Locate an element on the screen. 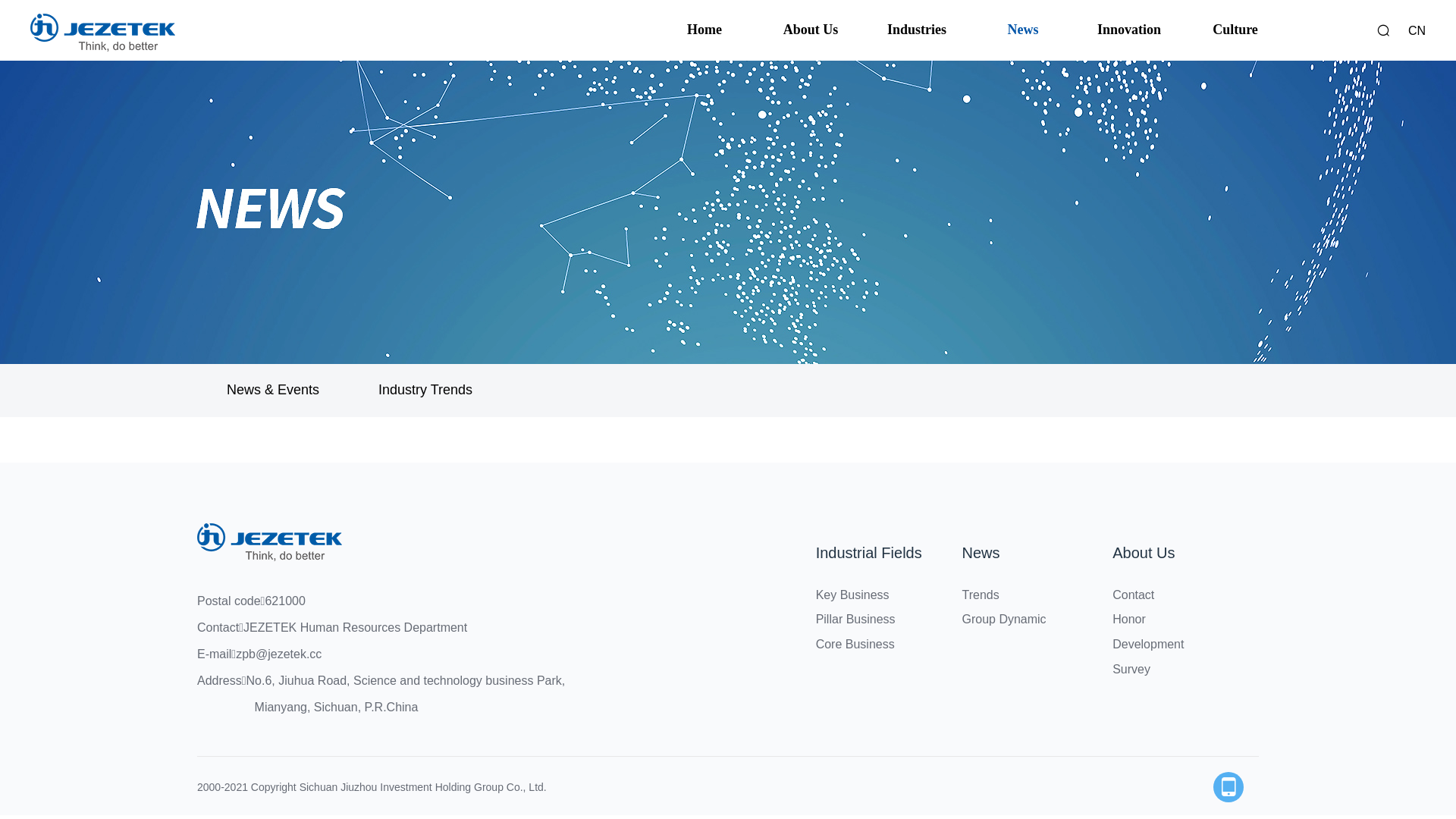  'Industries is located at coordinates (916, 30).